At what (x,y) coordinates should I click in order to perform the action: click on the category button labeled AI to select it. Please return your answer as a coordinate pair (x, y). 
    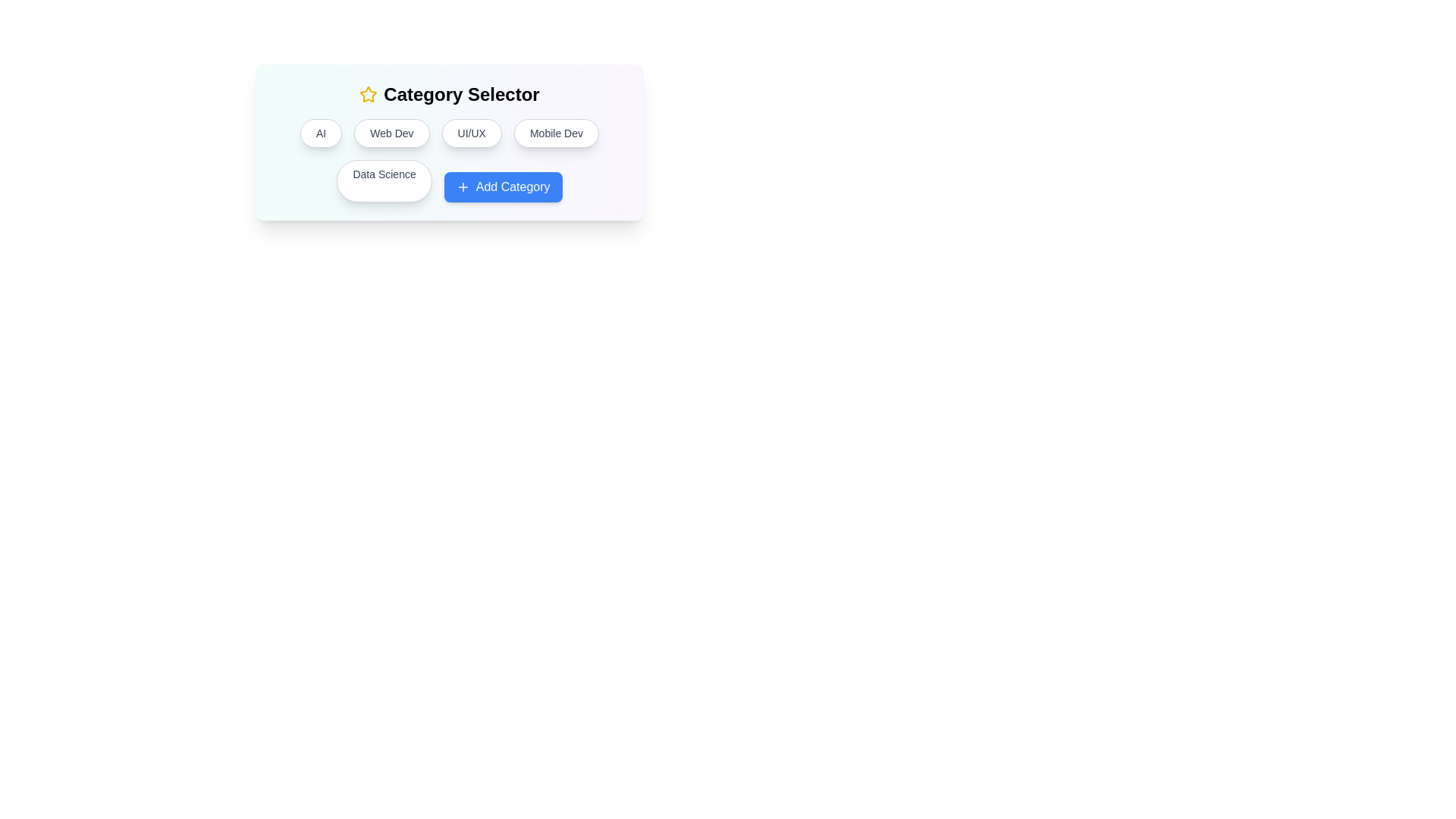
    Looking at the image, I should click on (320, 133).